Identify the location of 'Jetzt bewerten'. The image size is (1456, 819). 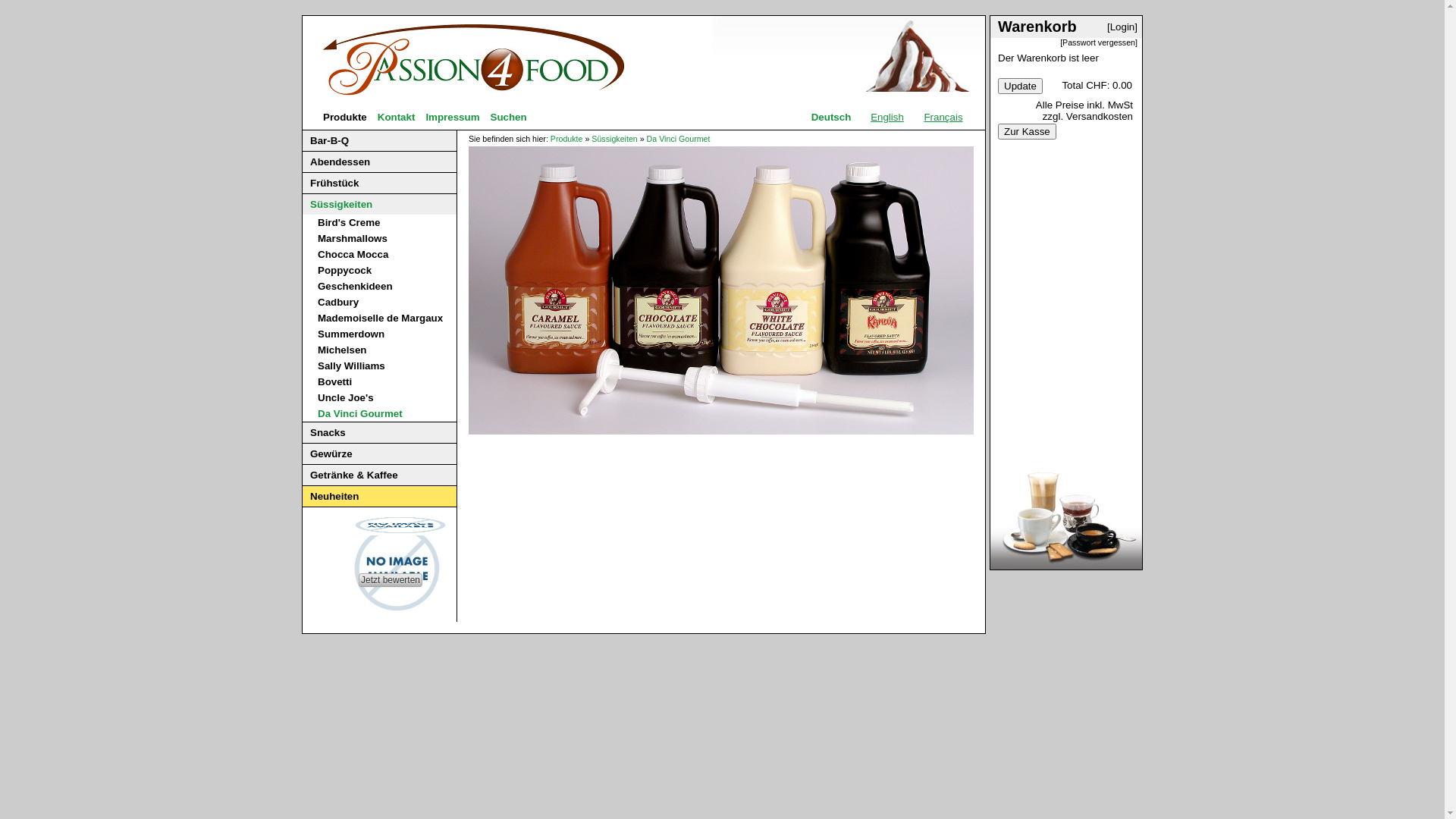
(390, 579).